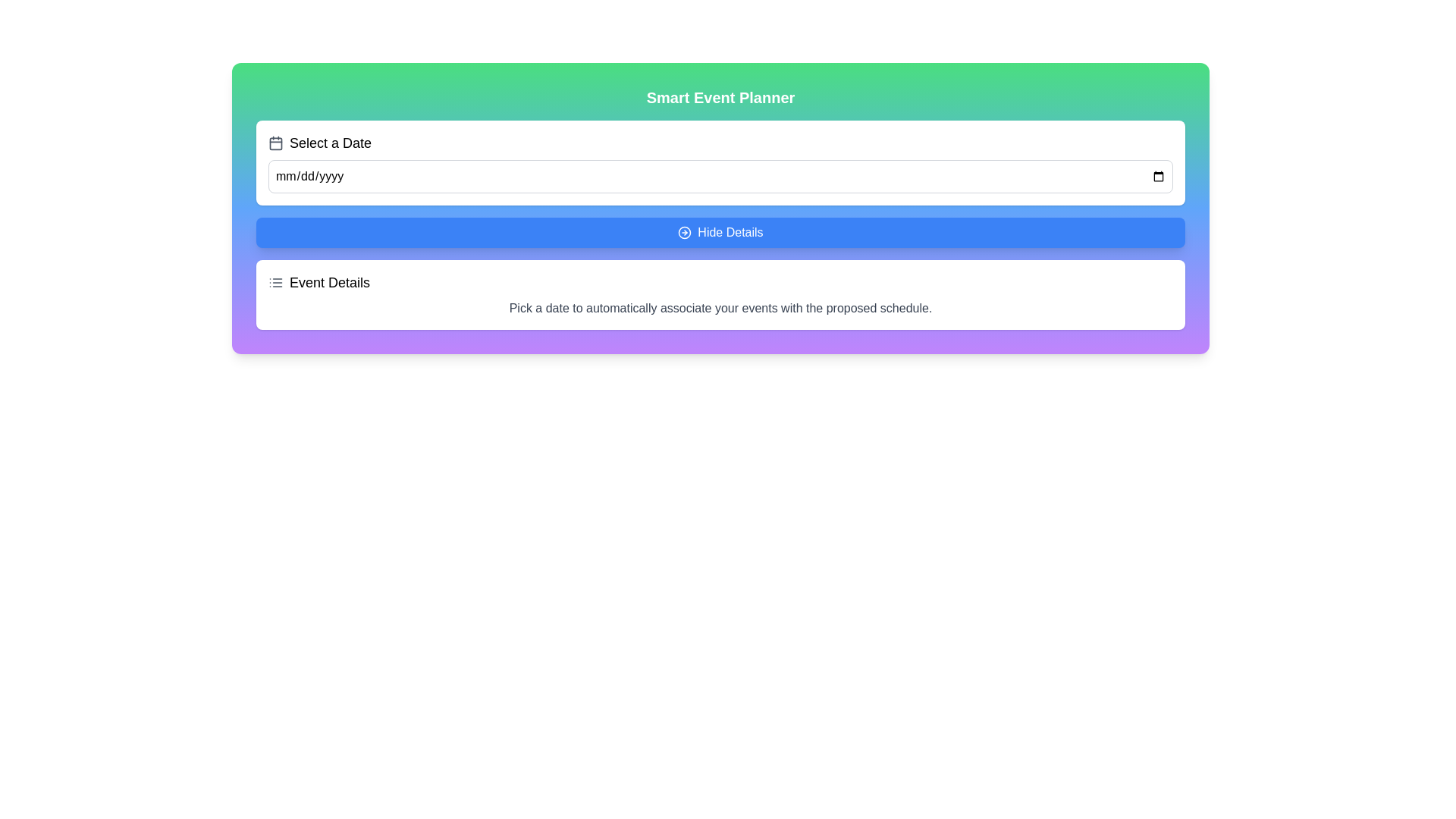 The image size is (1456, 819). Describe the element at coordinates (276, 283) in the screenshot. I see `the list icon located to the left of the text 'Event Details', which consists of three vertical lines in a grayscale color scheme` at that location.